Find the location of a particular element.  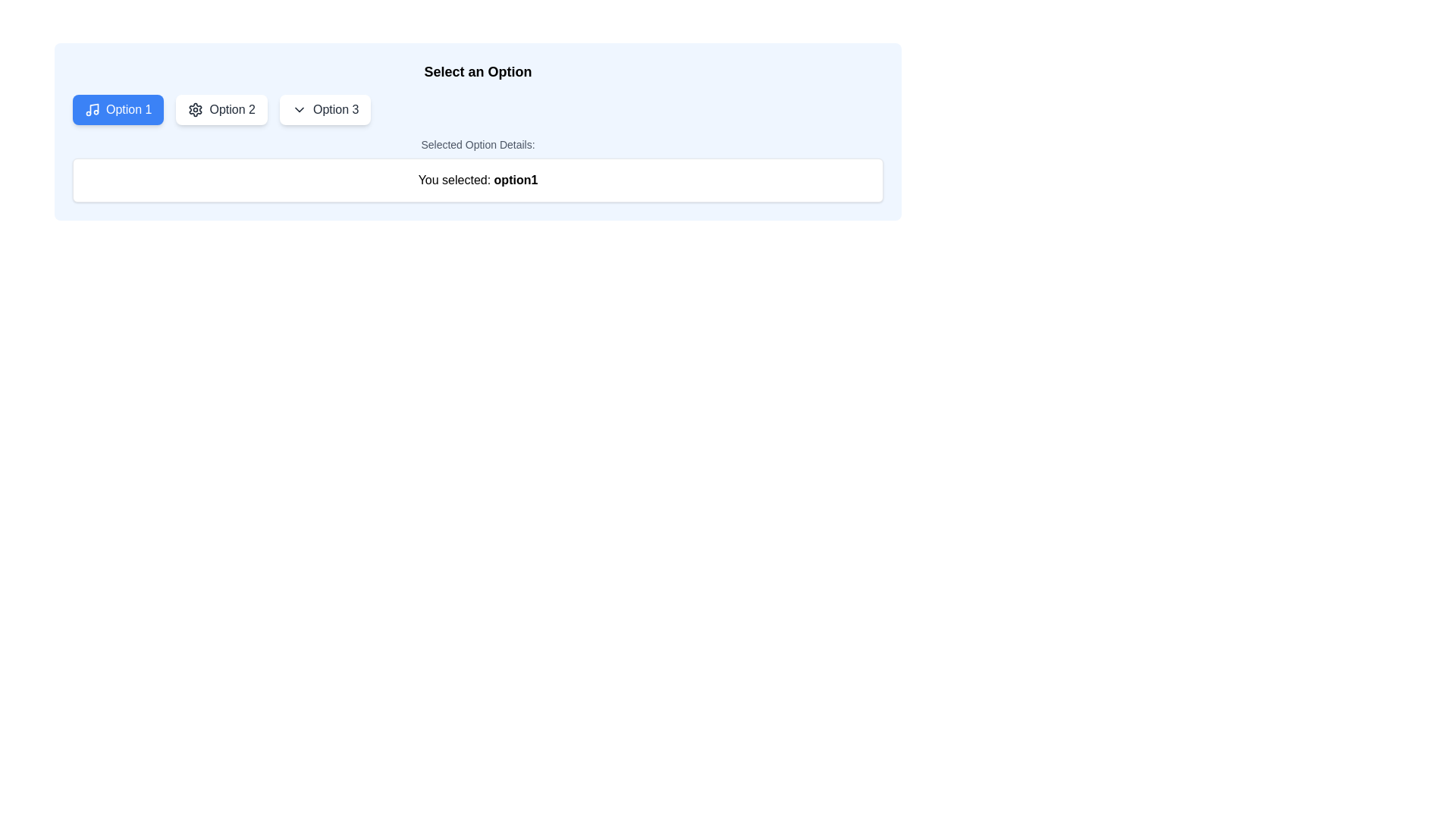

the settings icon, which is a small gear shape located within the 'Option 2' button next to the text label 'Option 2' is located at coordinates (195, 109).